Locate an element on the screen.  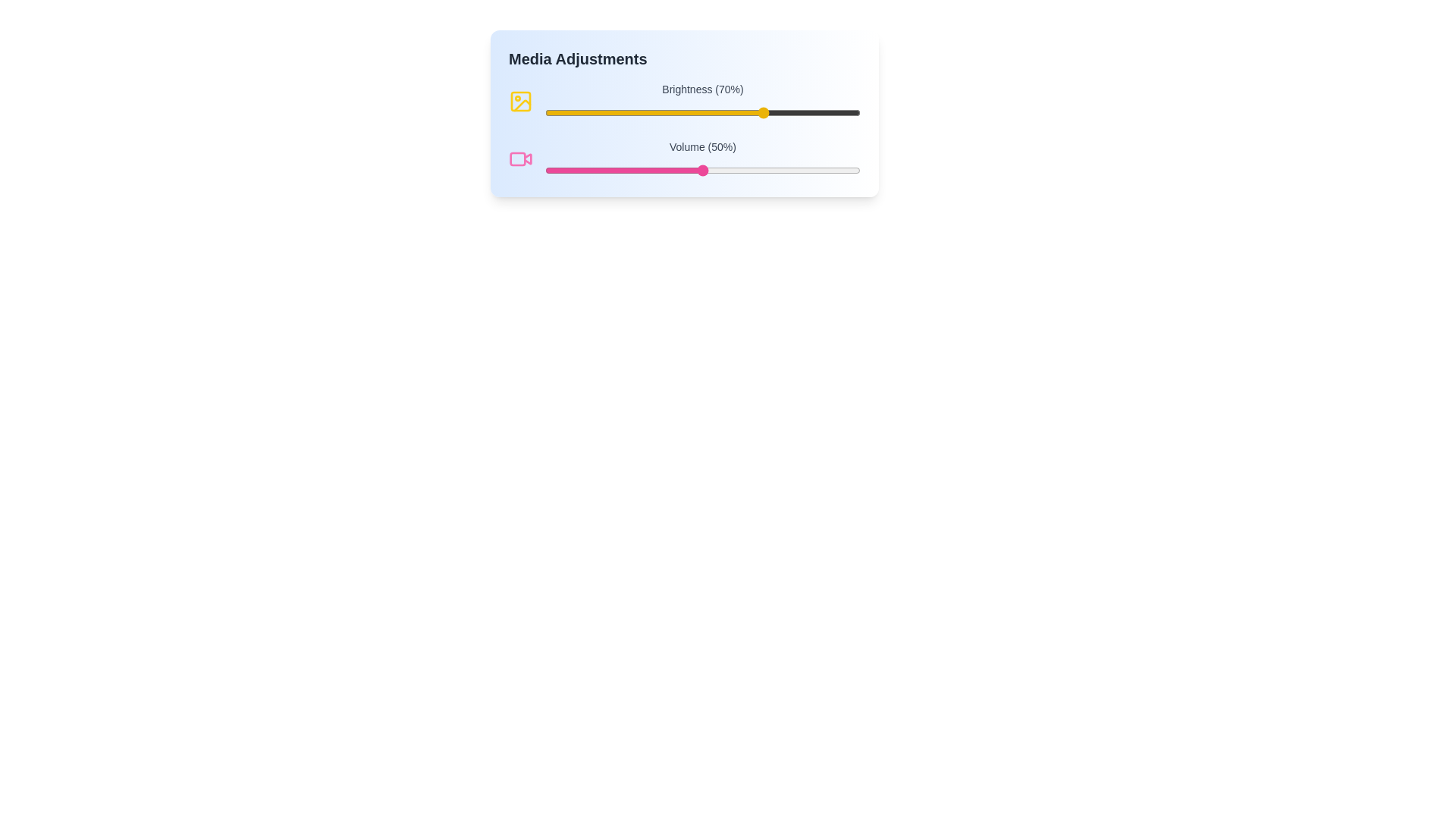
the image icon to explore its interactivity is located at coordinates (520, 102).